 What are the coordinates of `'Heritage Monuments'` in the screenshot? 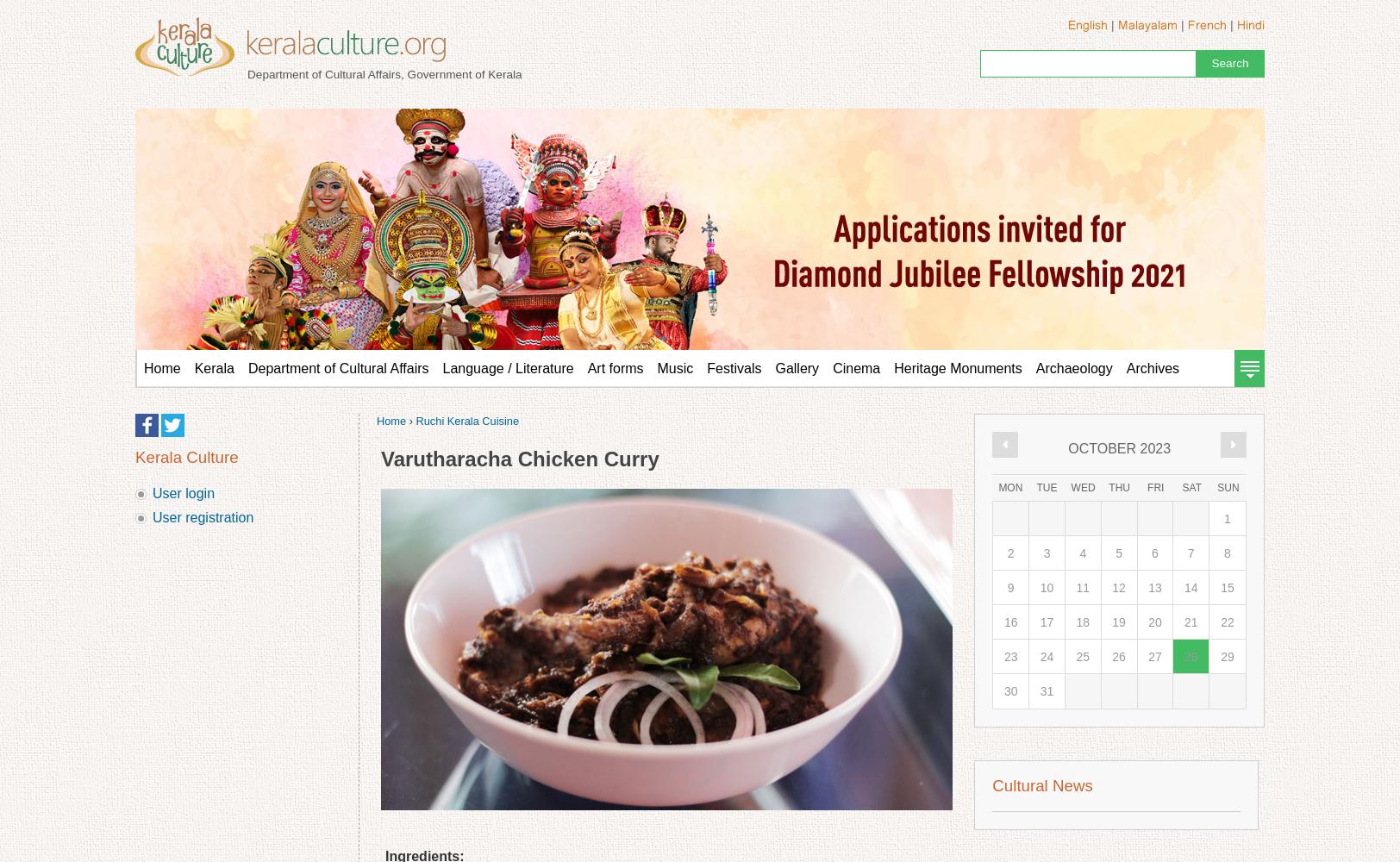 It's located at (893, 368).